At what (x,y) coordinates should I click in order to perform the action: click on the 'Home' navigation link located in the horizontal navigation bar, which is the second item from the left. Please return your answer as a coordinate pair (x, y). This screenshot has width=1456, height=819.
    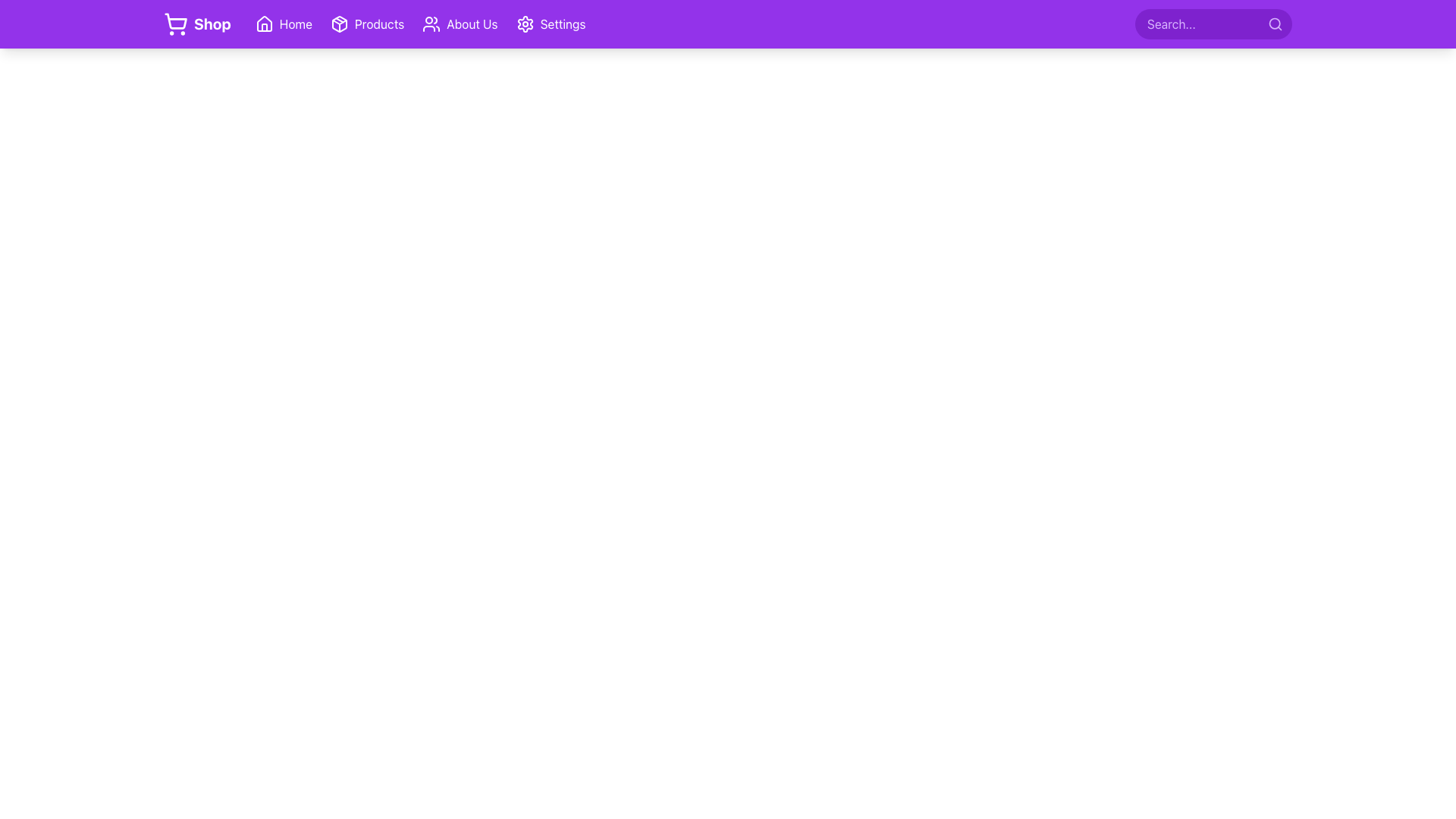
    Looking at the image, I should click on (284, 24).